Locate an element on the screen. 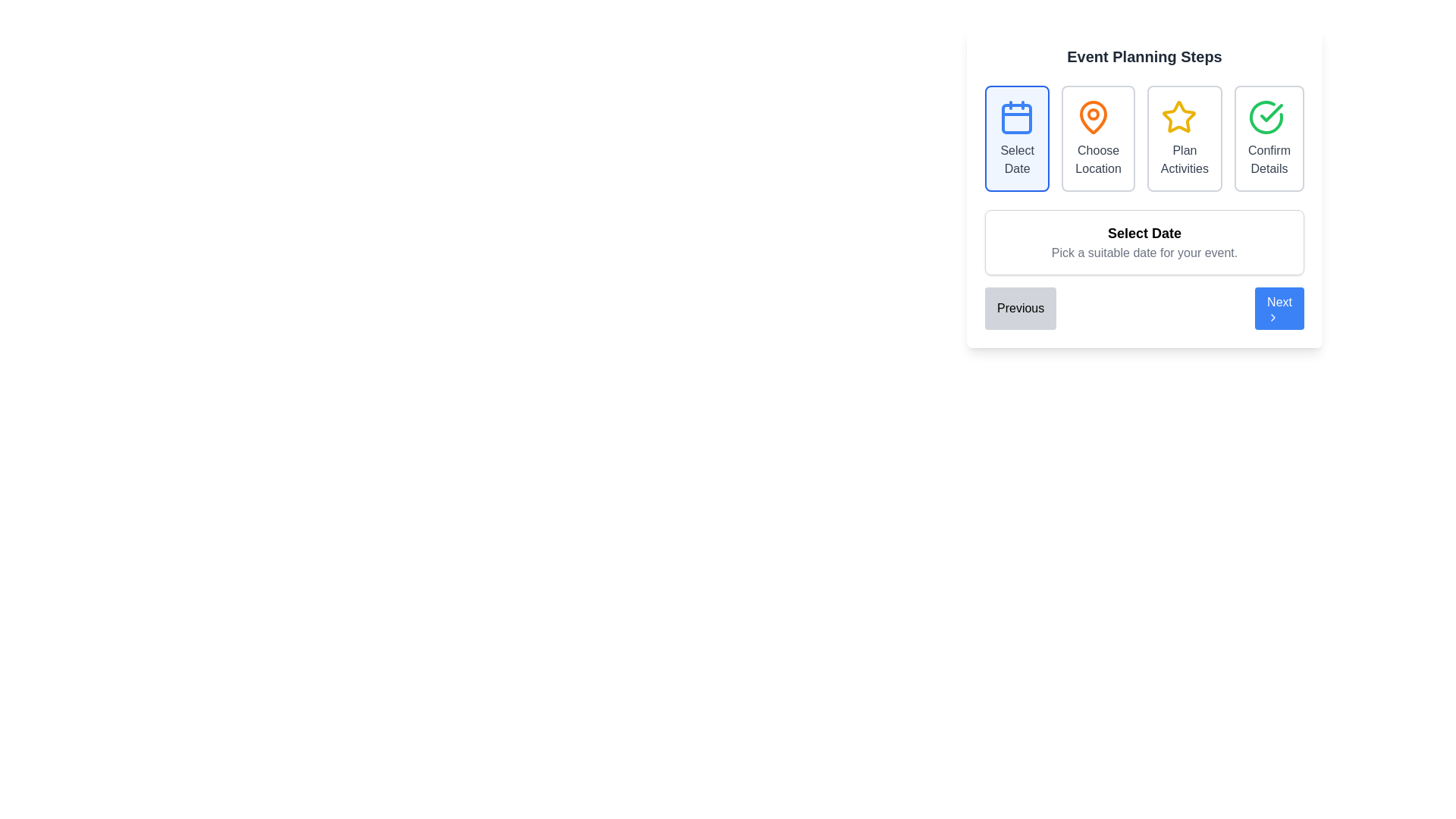  the right-pointing chevron icon located inside the 'Next' button at the bottom-right corner of the interface is located at coordinates (1273, 317).